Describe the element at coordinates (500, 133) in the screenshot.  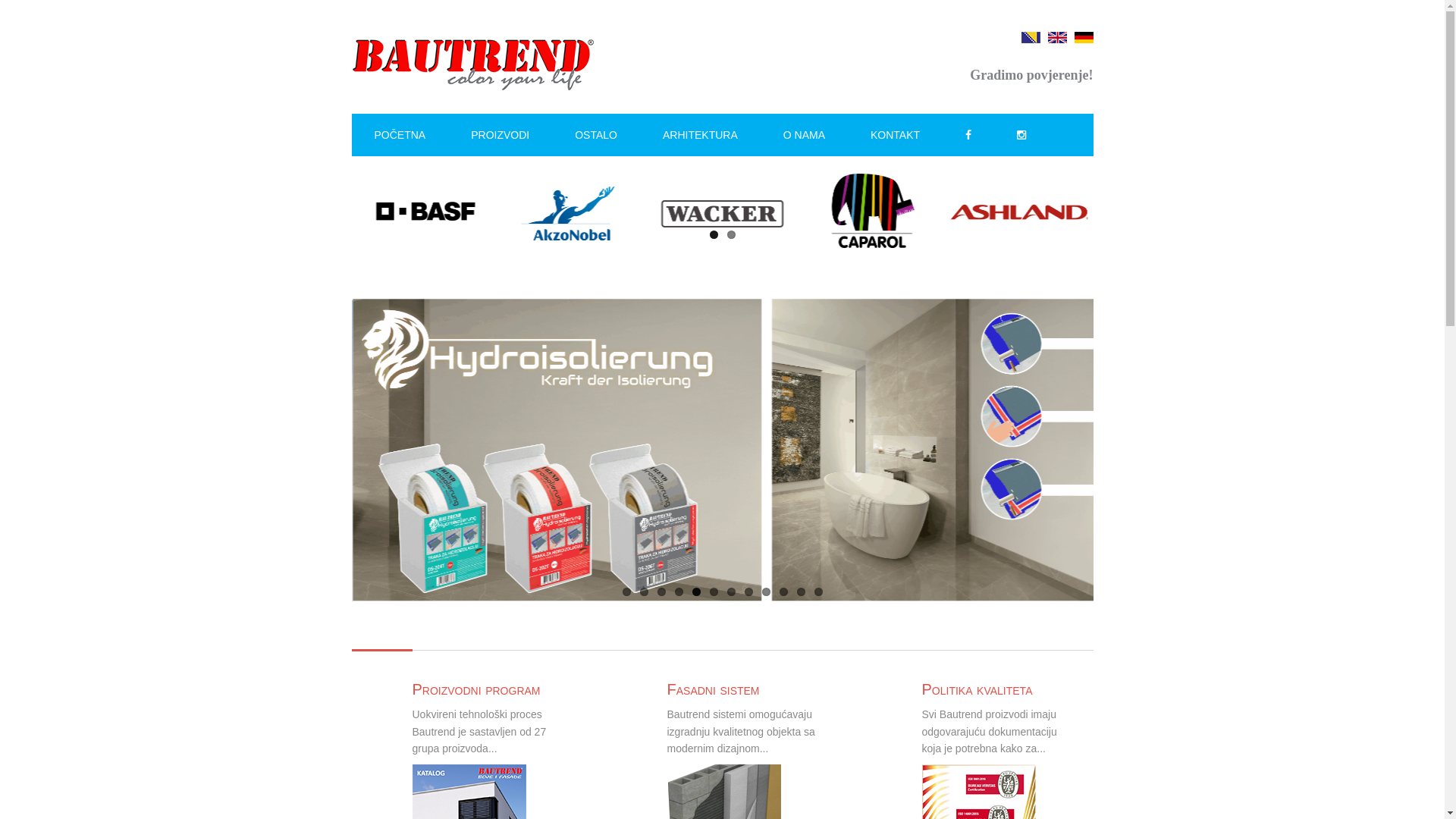
I see `'PROIZVODI'` at that location.